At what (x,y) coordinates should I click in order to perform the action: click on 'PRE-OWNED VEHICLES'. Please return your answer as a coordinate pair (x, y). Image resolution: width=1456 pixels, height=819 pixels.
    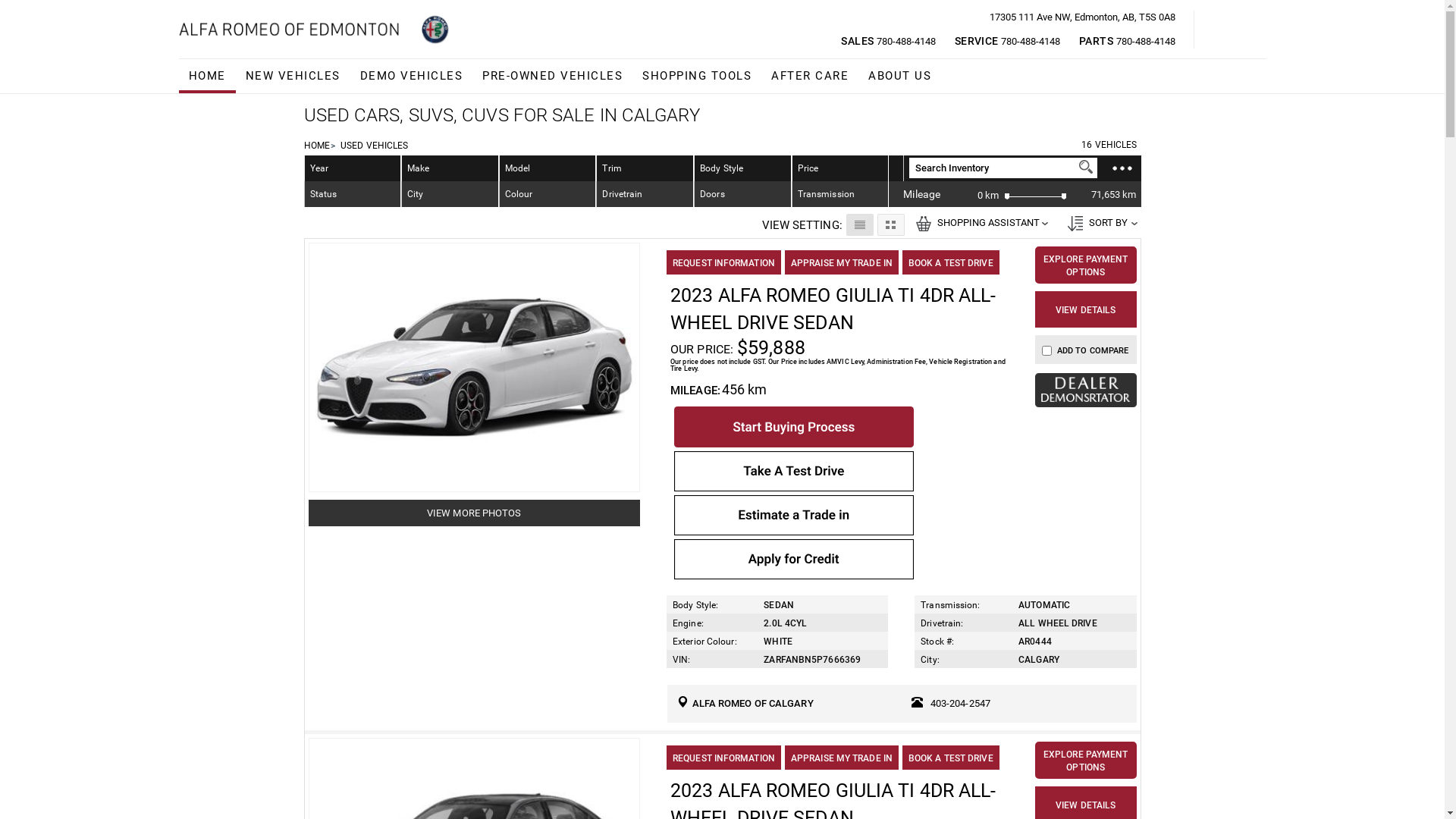
    Looking at the image, I should click on (551, 76).